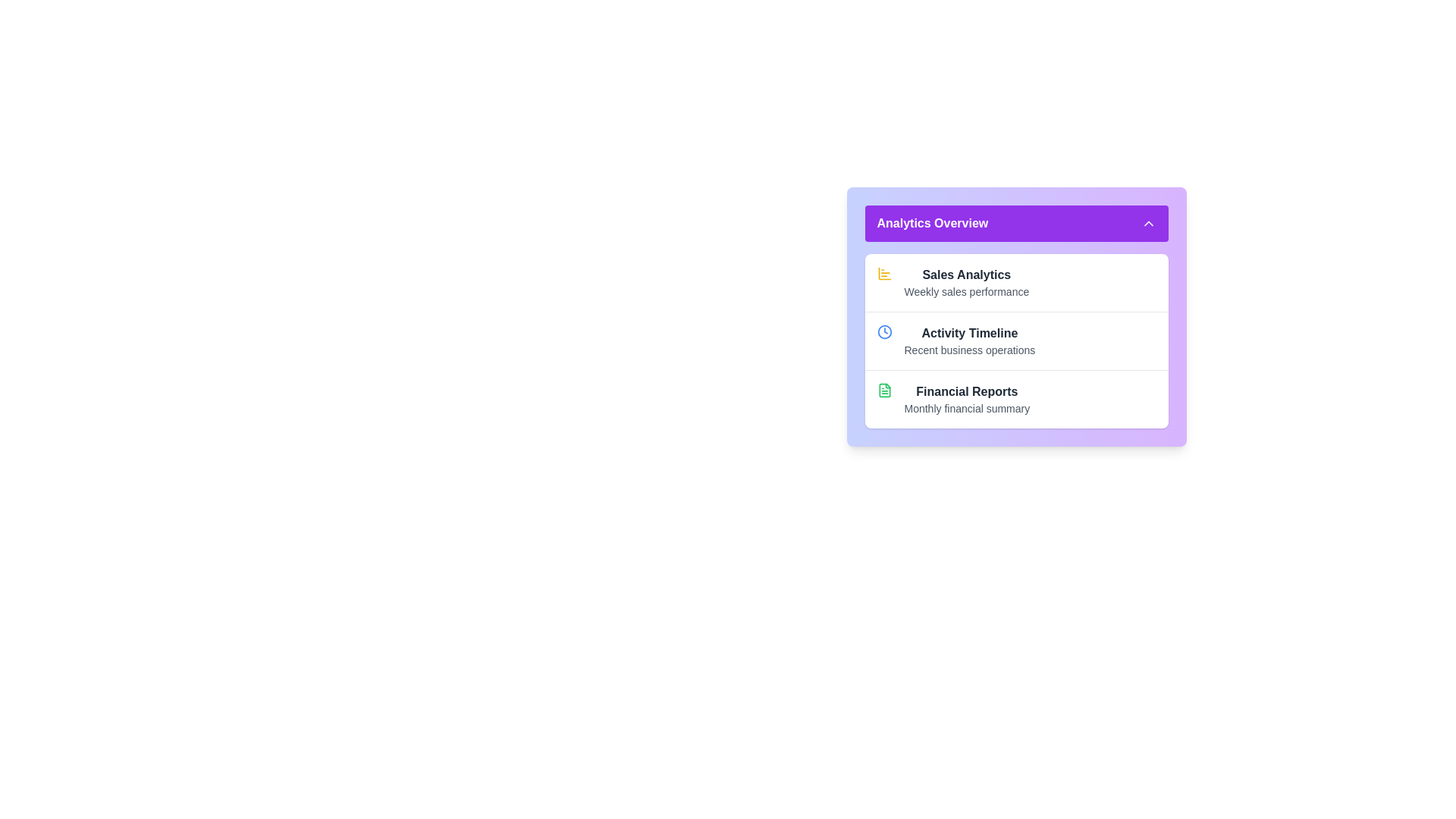  What do you see at coordinates (884, 399) in the screenshot?
I see `the icon that visually indicates the type of item or action associated with 'Financial Reports', located on the left side of the 'Financial Reports' row in the 'Analytics Overview' section` at bounding box center [884, 399].